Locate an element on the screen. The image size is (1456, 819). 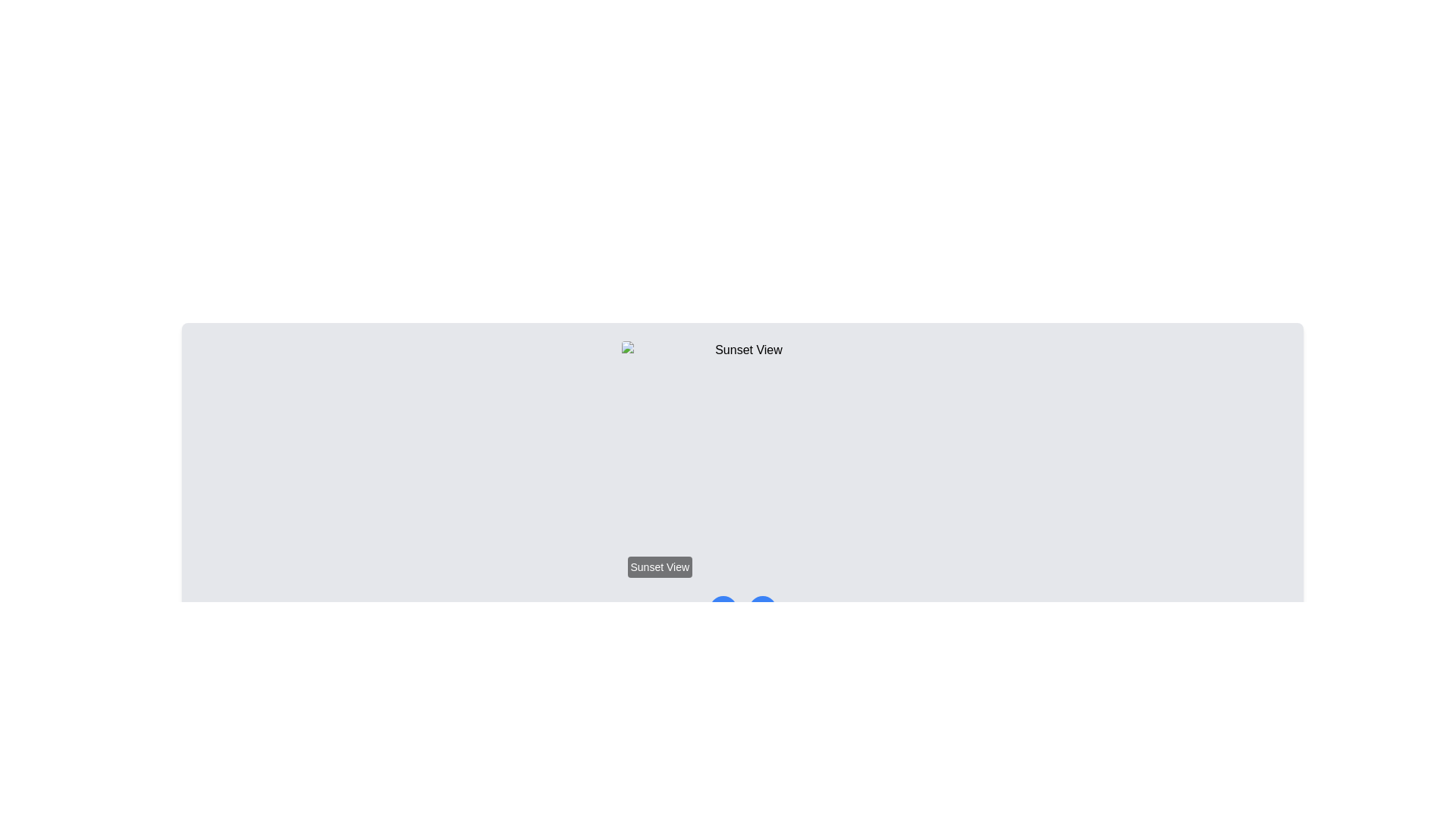
the second circular blue button with a right-pointing chevron is located at coordinates (762, 608).